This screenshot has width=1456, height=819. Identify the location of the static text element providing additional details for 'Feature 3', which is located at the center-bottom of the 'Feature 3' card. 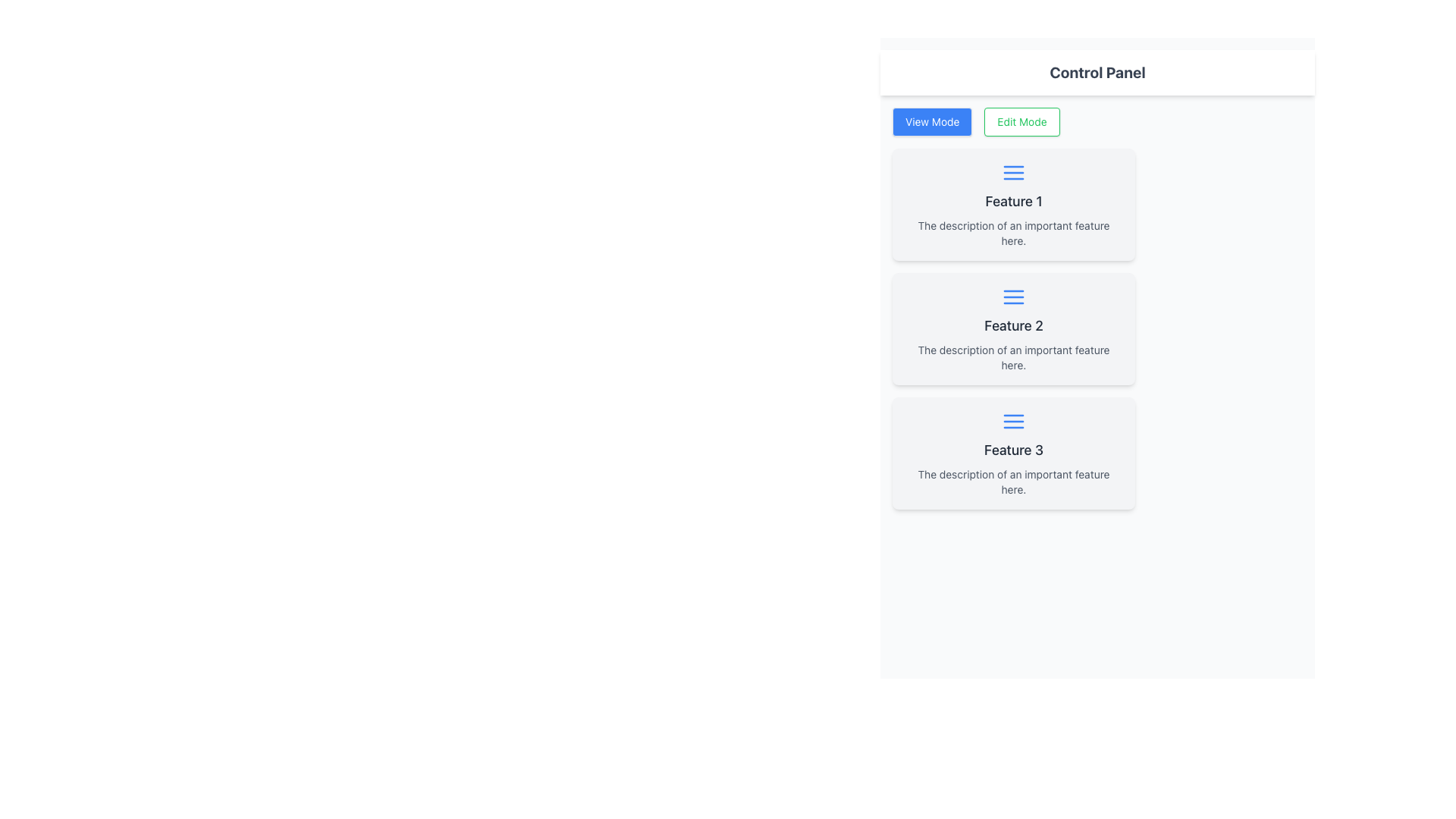
(1014, 482).